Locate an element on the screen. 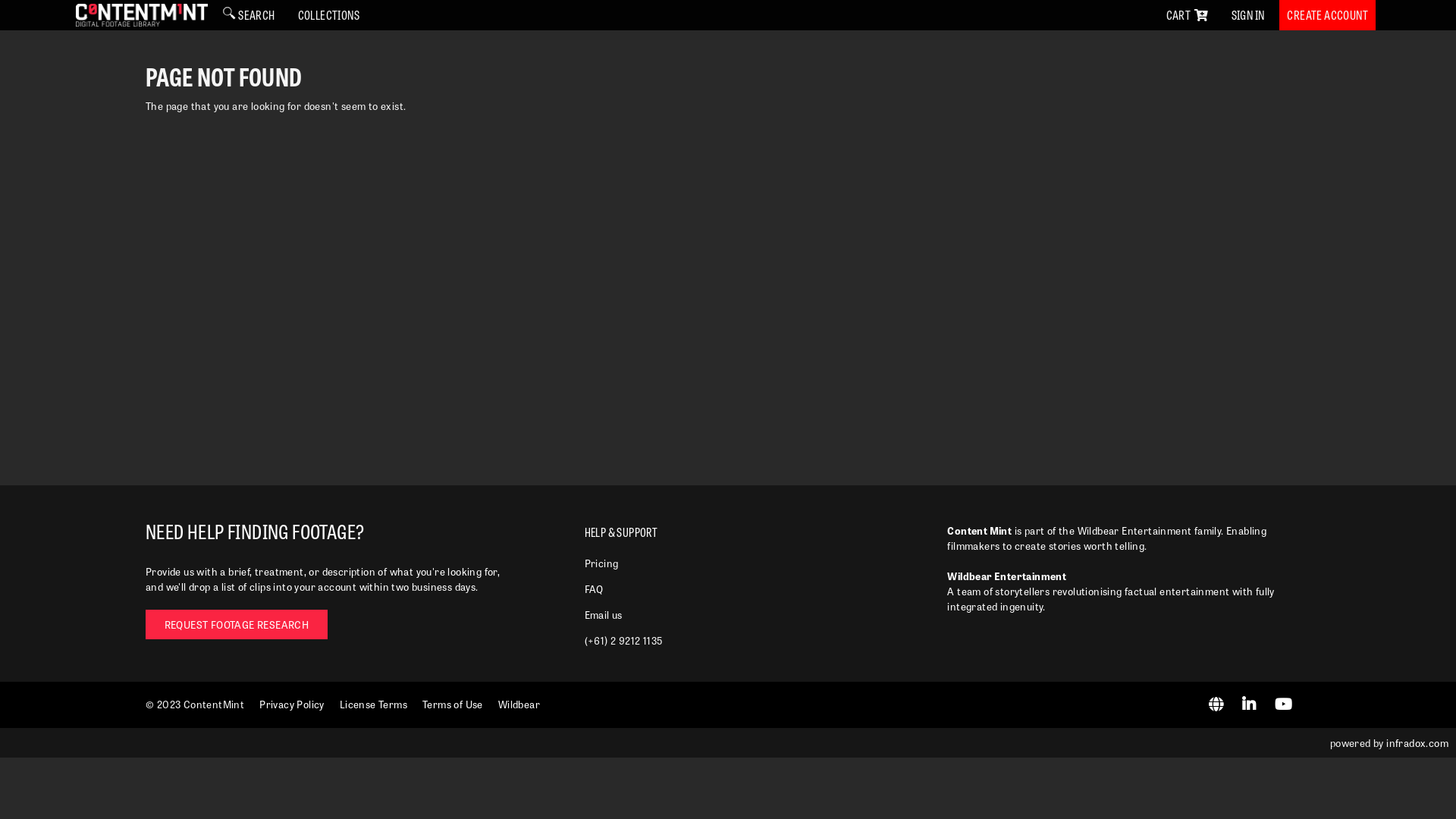  'SIGN IN' is located at coordinates (1248, 14).